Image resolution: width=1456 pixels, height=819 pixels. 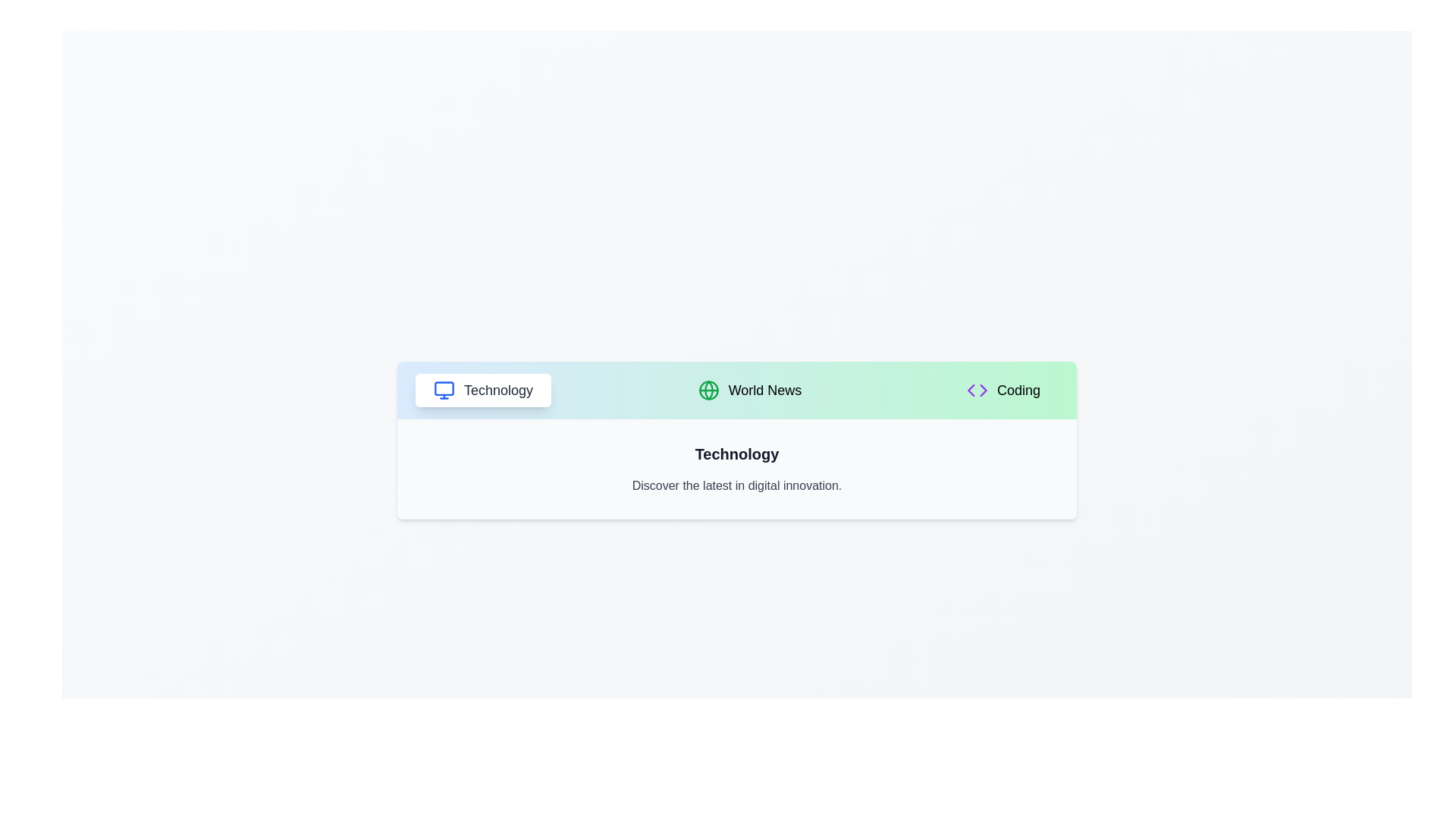 I want to click on the World News tab to switch views, so click(x=749, y=390).